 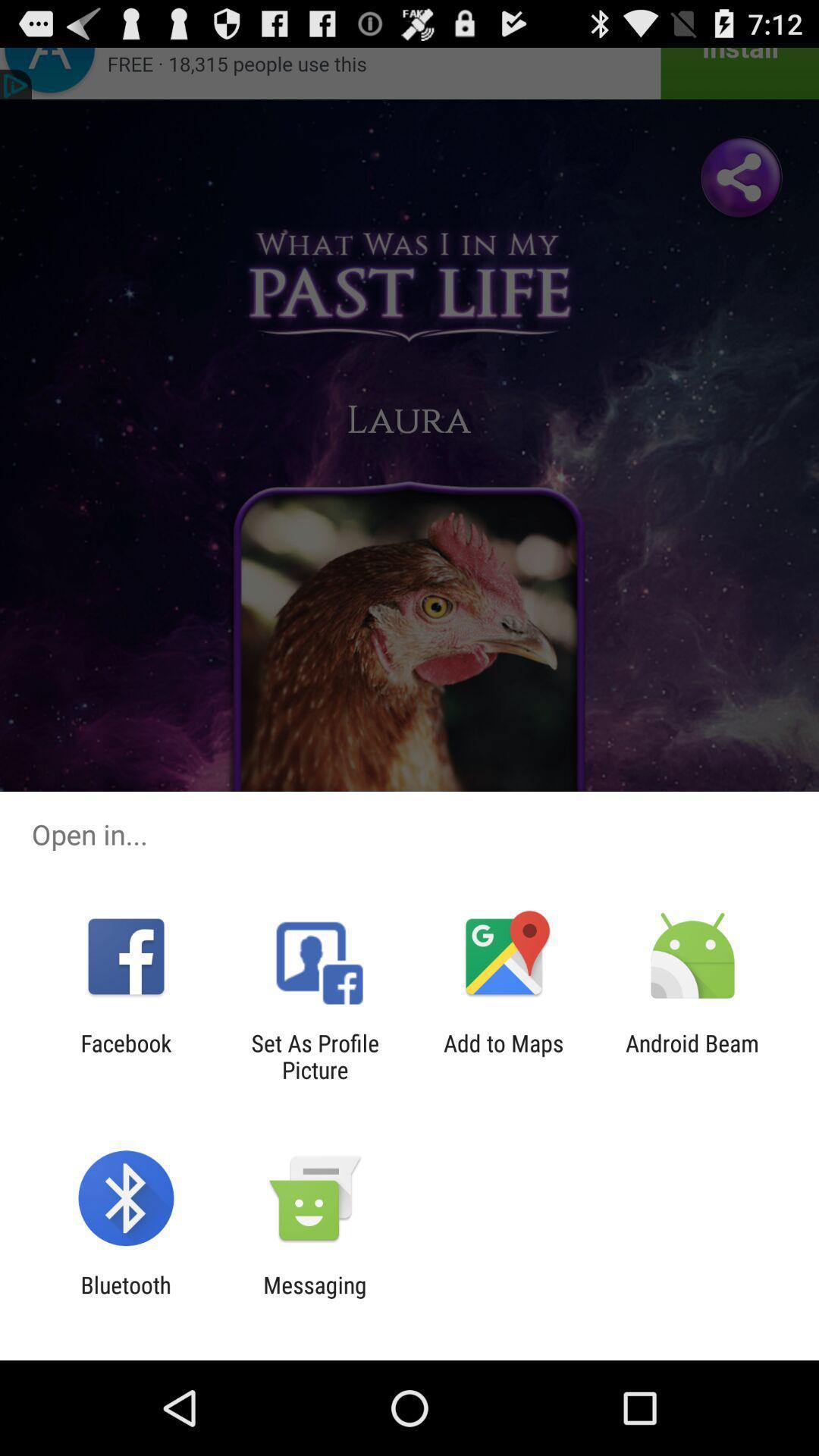 I want to click on the app to the left of add to maps, so click(x=314, y=1056).